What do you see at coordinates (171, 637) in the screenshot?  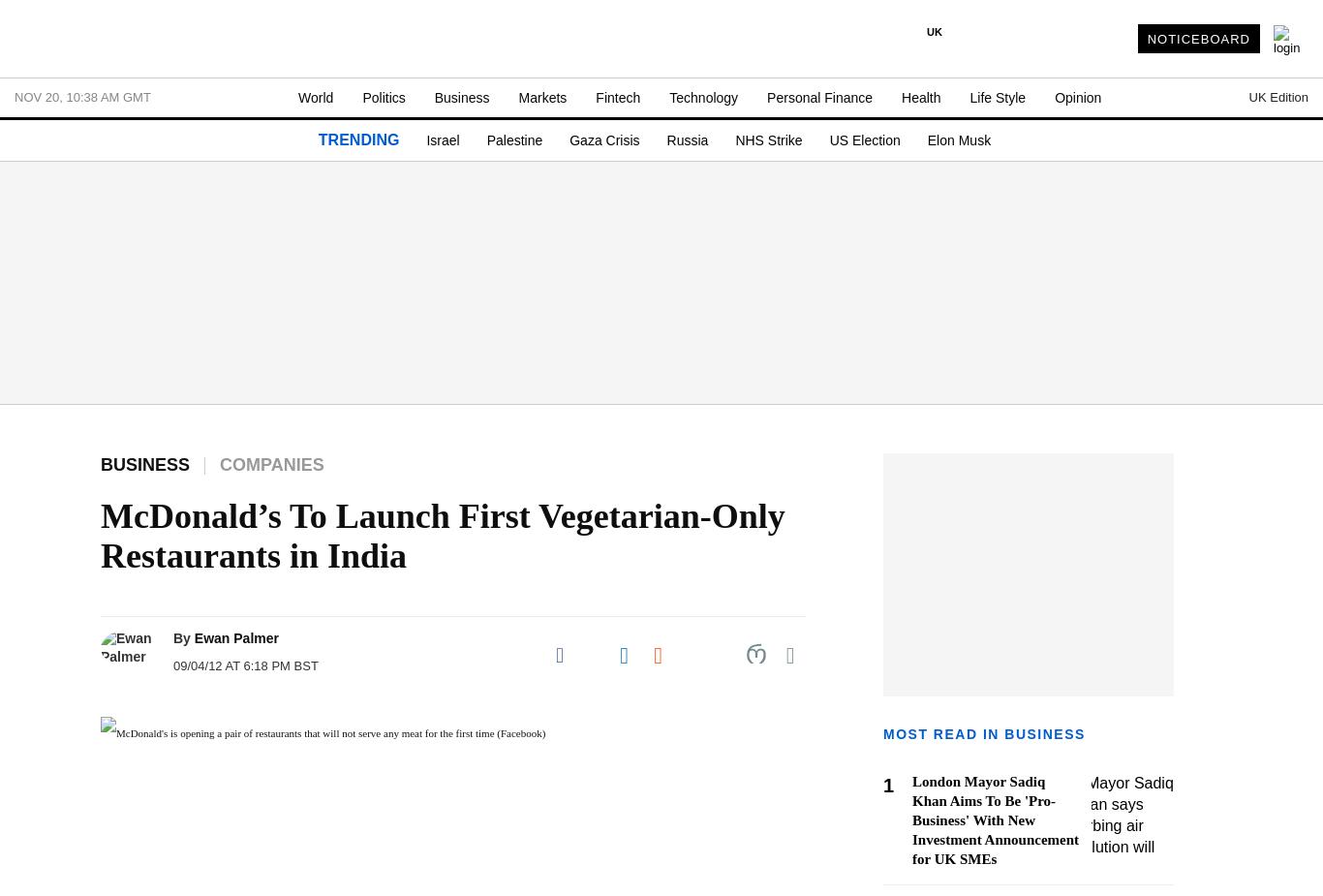 I see `'By'` at bounding box center [171, 637].